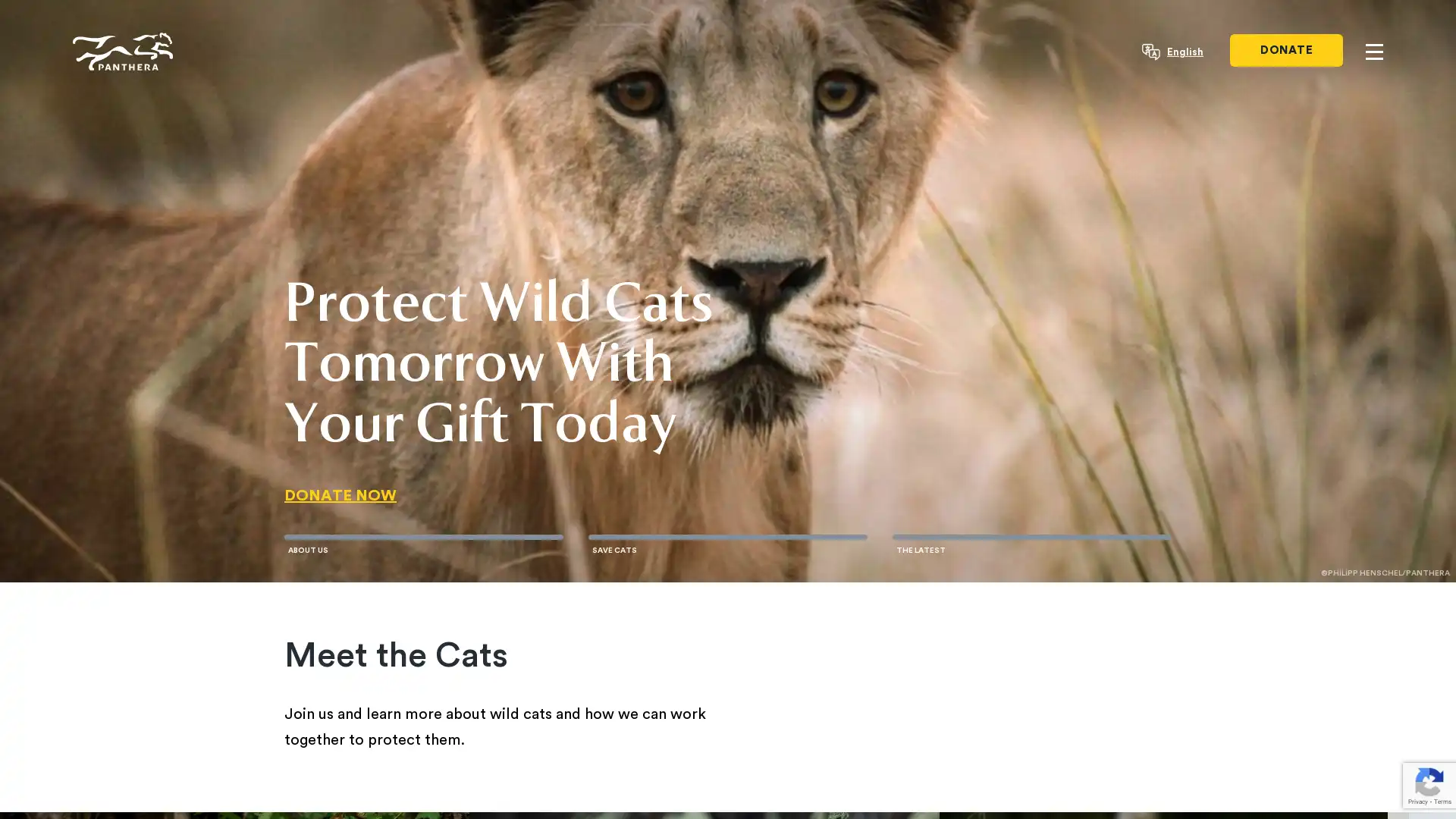  Describe the element at coordinates (726, 536) in the screenshot. I see `Go to slide 2` at that location.